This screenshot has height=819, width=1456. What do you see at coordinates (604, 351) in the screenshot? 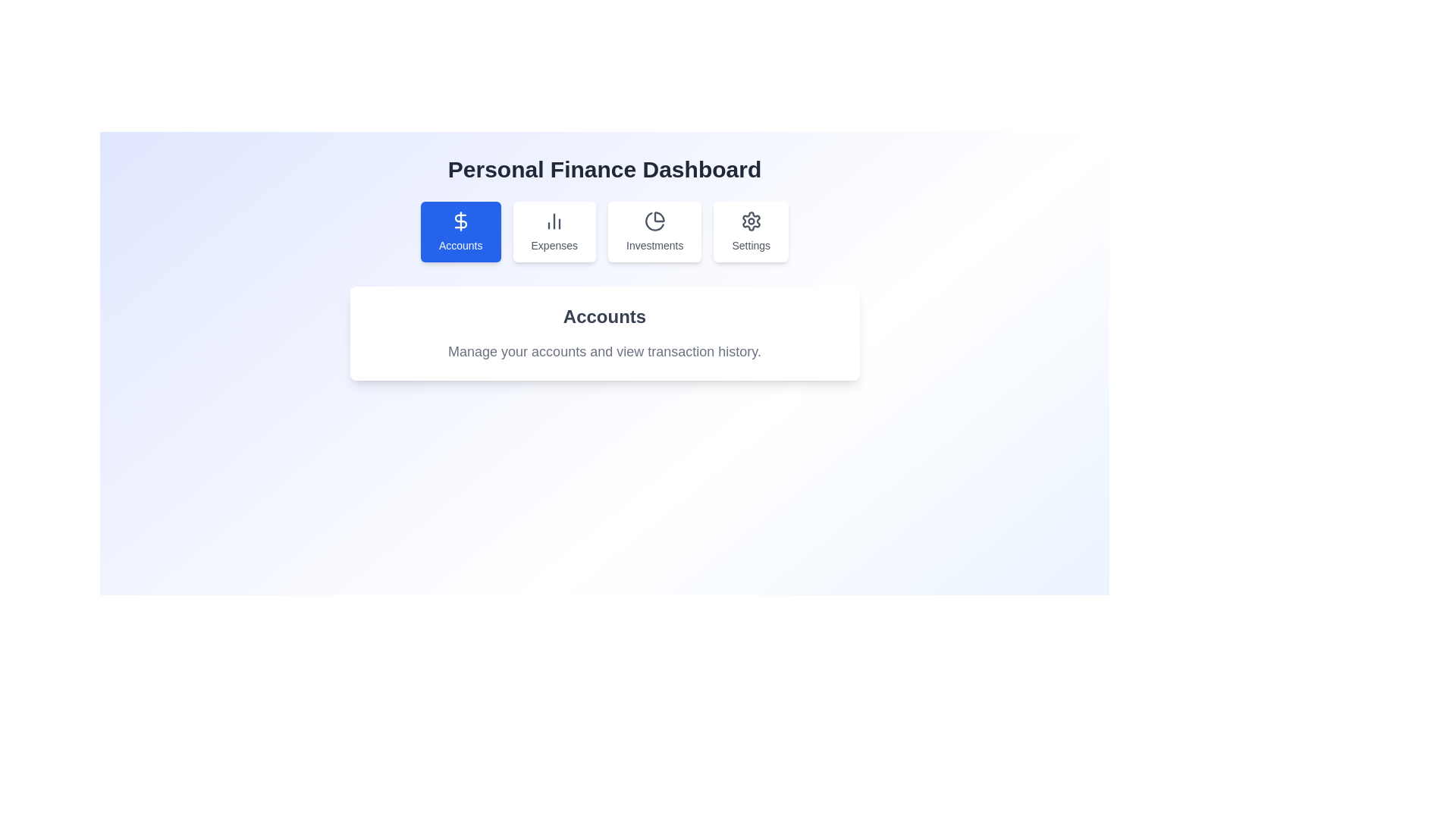
I see `static text label that says 'Manage your accounts and view transaction history.' which is located below the title 'Accounts' within a white card` at bounding box center [604, 351].